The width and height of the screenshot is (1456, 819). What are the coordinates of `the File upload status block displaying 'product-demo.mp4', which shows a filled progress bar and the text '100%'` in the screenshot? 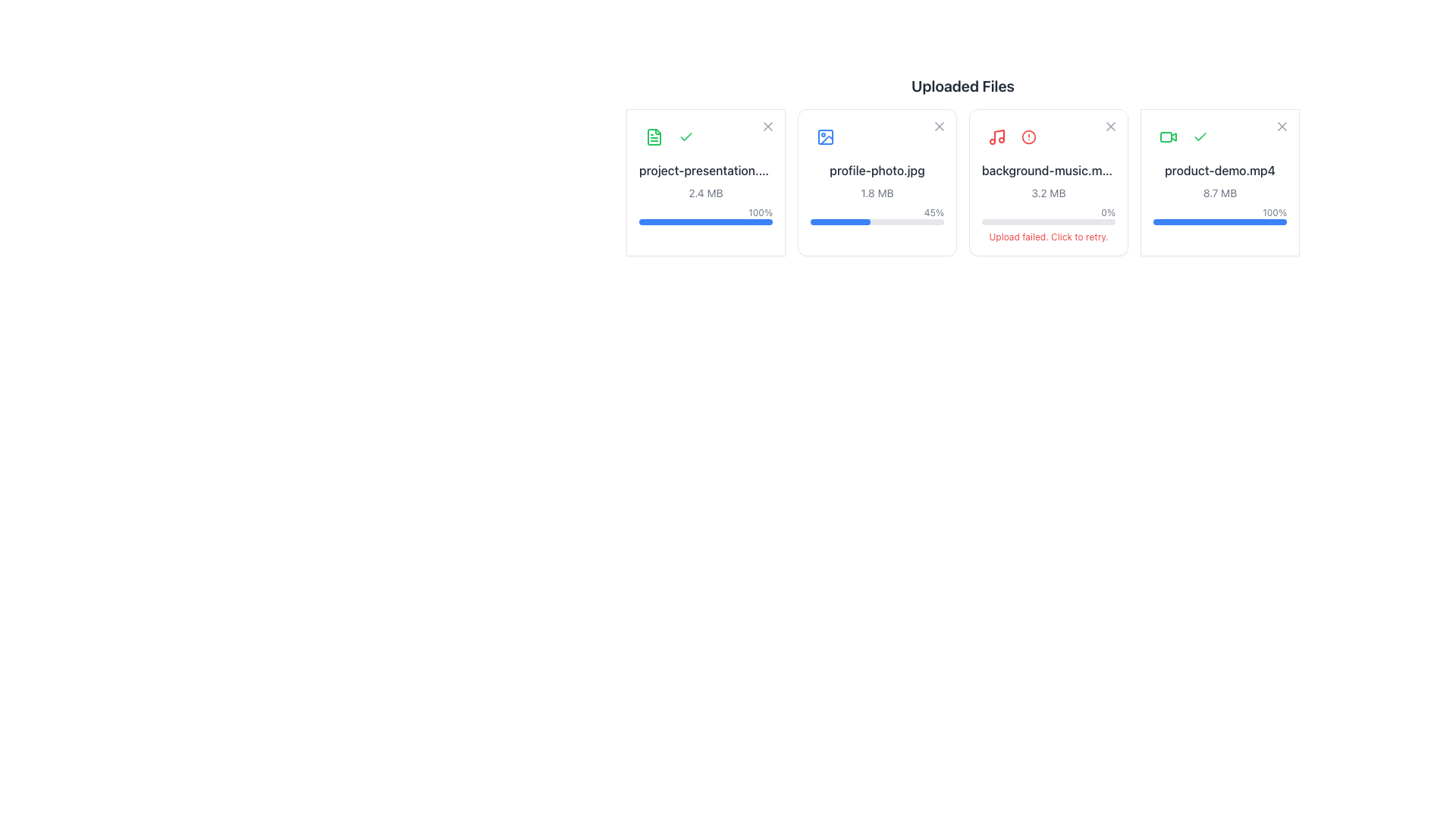 It's located at (1219, 192).